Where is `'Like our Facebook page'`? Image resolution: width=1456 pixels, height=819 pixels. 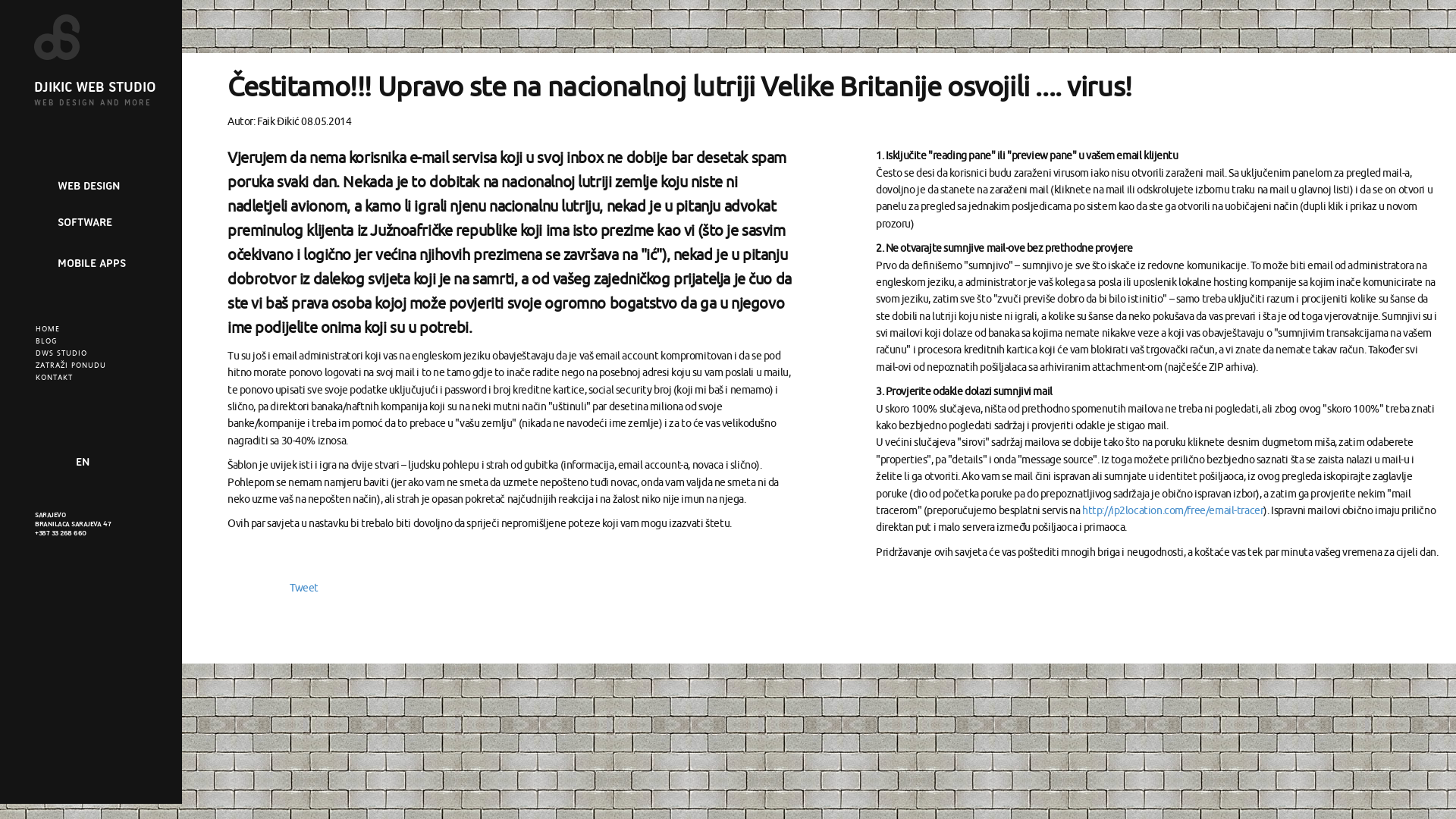
'Like our Facebook page' is located at coordinates (46, 461).